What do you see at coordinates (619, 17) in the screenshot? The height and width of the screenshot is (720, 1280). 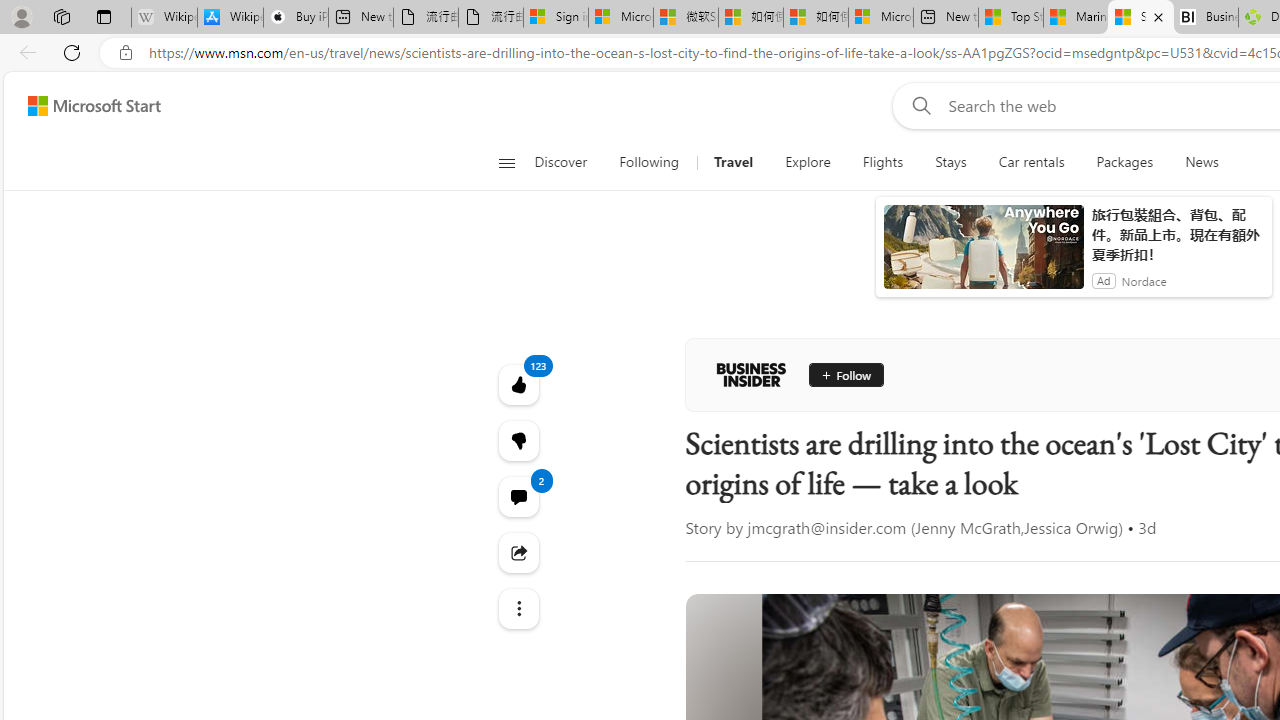 I see `'Microsoft Services Agreement'` at bounding box center [619, 17].